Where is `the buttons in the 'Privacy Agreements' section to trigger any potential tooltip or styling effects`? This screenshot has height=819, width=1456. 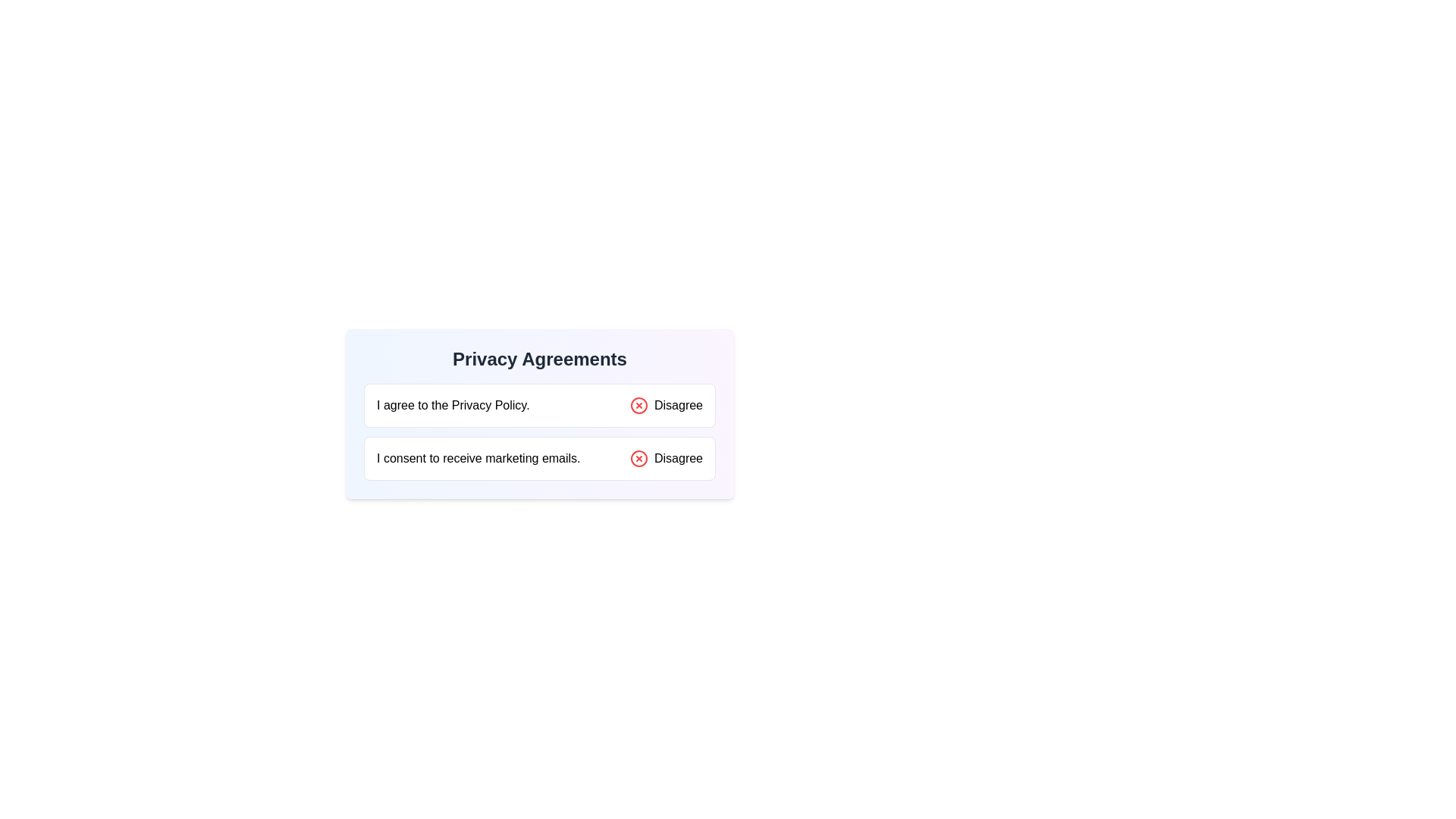 the buttons in the 'Privacy Agreements' section to trigger any potential tooltip or styling effects is located at coordinates (539, 432).